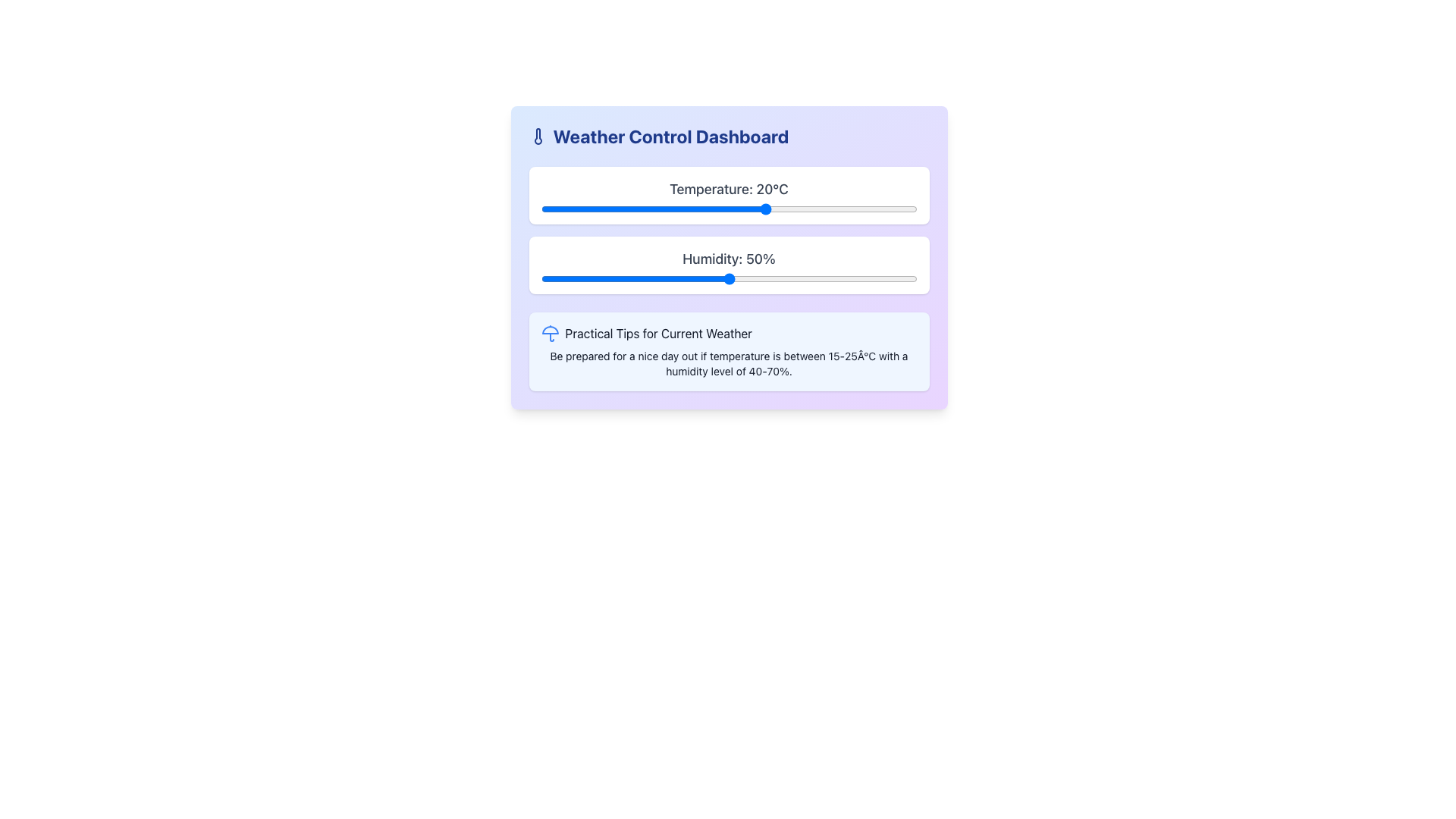 This screenshot has height=819, width=1456. I want to click on the static text block displaying 'Be prepared for a nice day out if temperature is between 15-25°C with a humidity level of 40-70%.' which is located below the heading 'Practical Tips for Current Weather', so click(729, 363).